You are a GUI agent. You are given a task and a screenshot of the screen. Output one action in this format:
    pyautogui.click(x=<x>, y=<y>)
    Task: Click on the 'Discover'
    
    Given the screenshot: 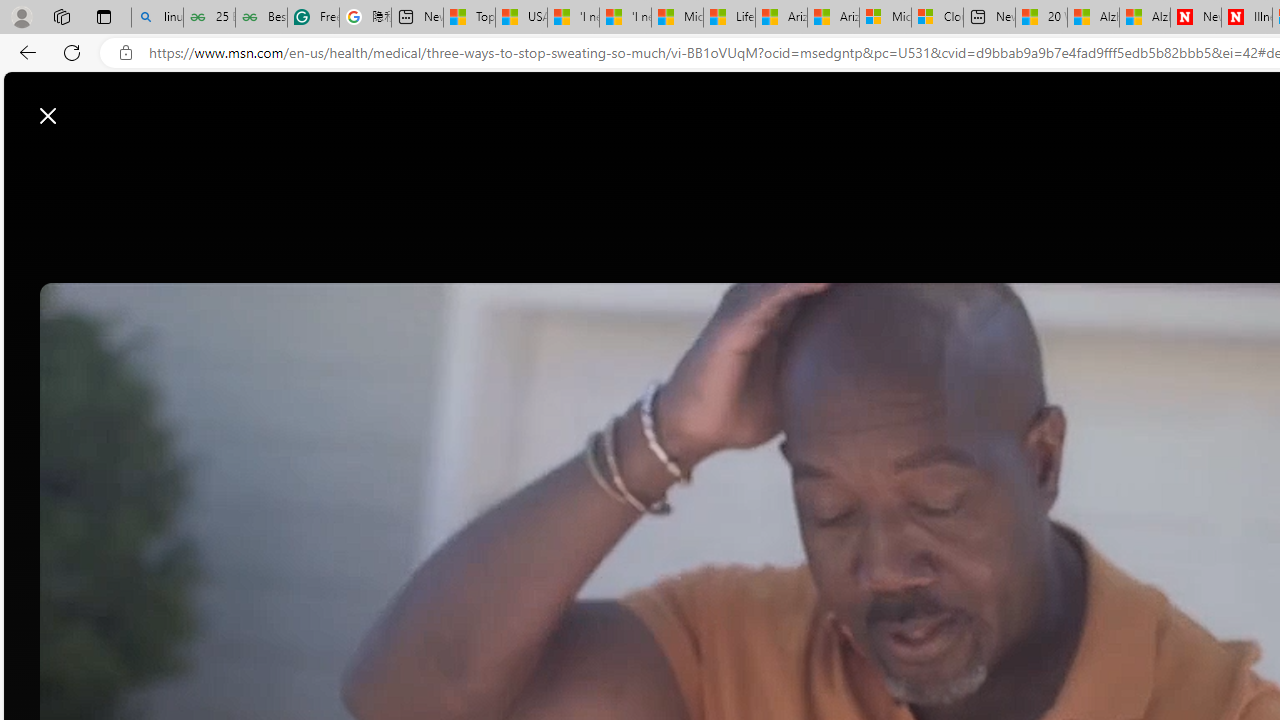 What is the action you would take?
    pyautogui.click(x=375, y=162)
    